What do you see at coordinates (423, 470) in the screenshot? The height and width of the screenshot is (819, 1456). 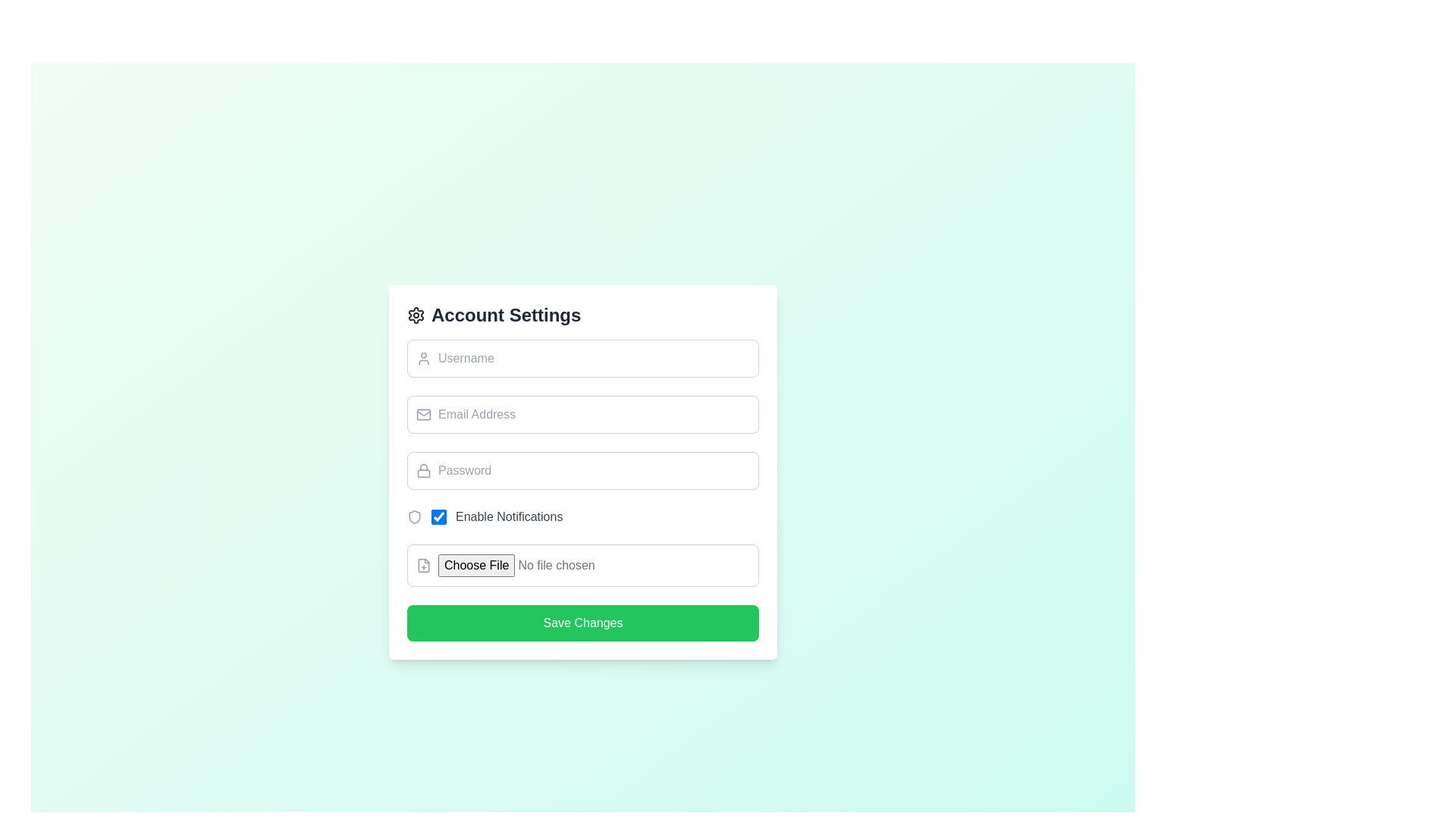 I see `the padlock icon located to the left of the password input field, which indicates that the adjacent input is for password entry` at bounding box center [423, 470].